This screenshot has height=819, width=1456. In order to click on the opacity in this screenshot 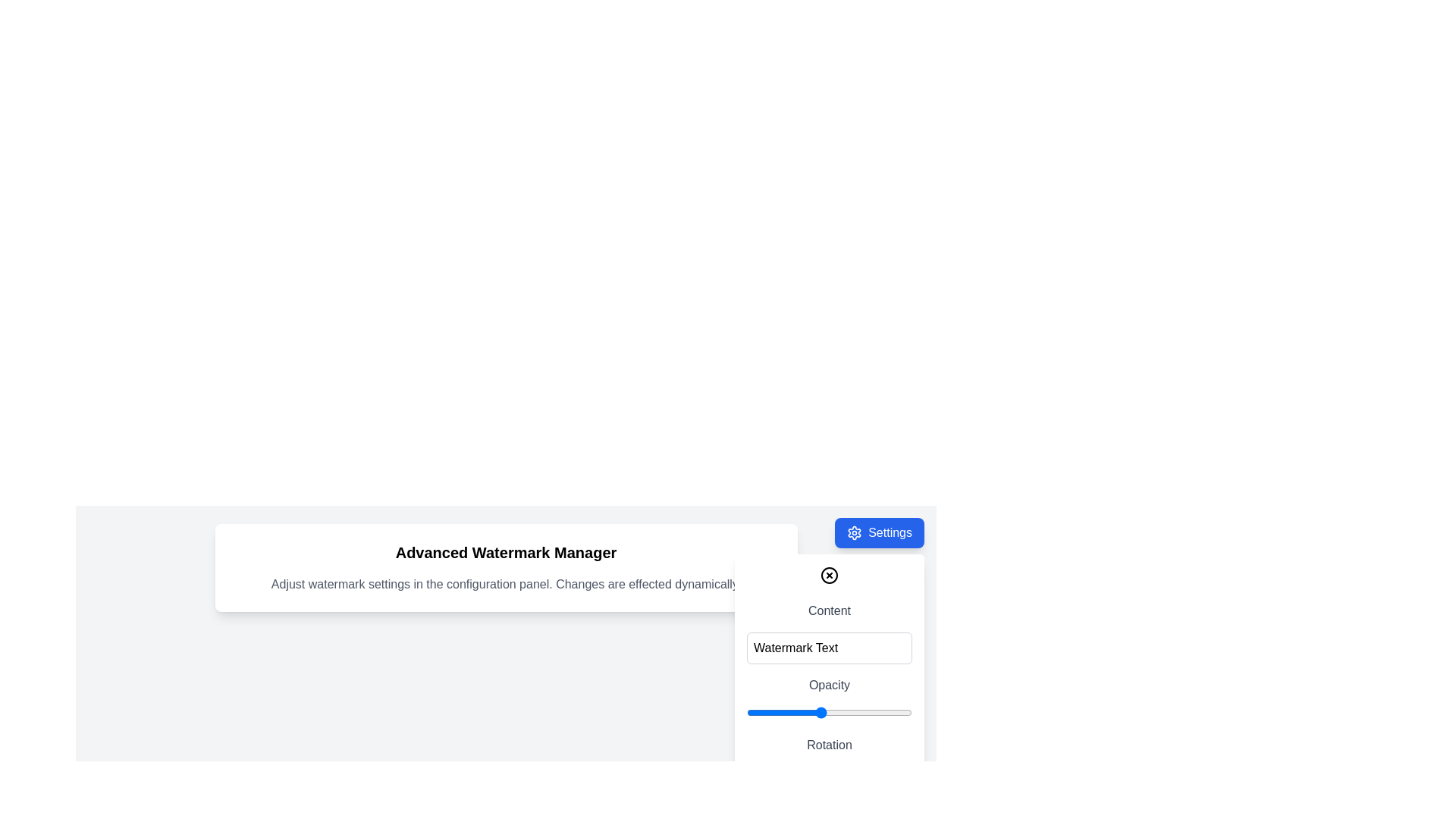, I will do `click(728, 713)`.